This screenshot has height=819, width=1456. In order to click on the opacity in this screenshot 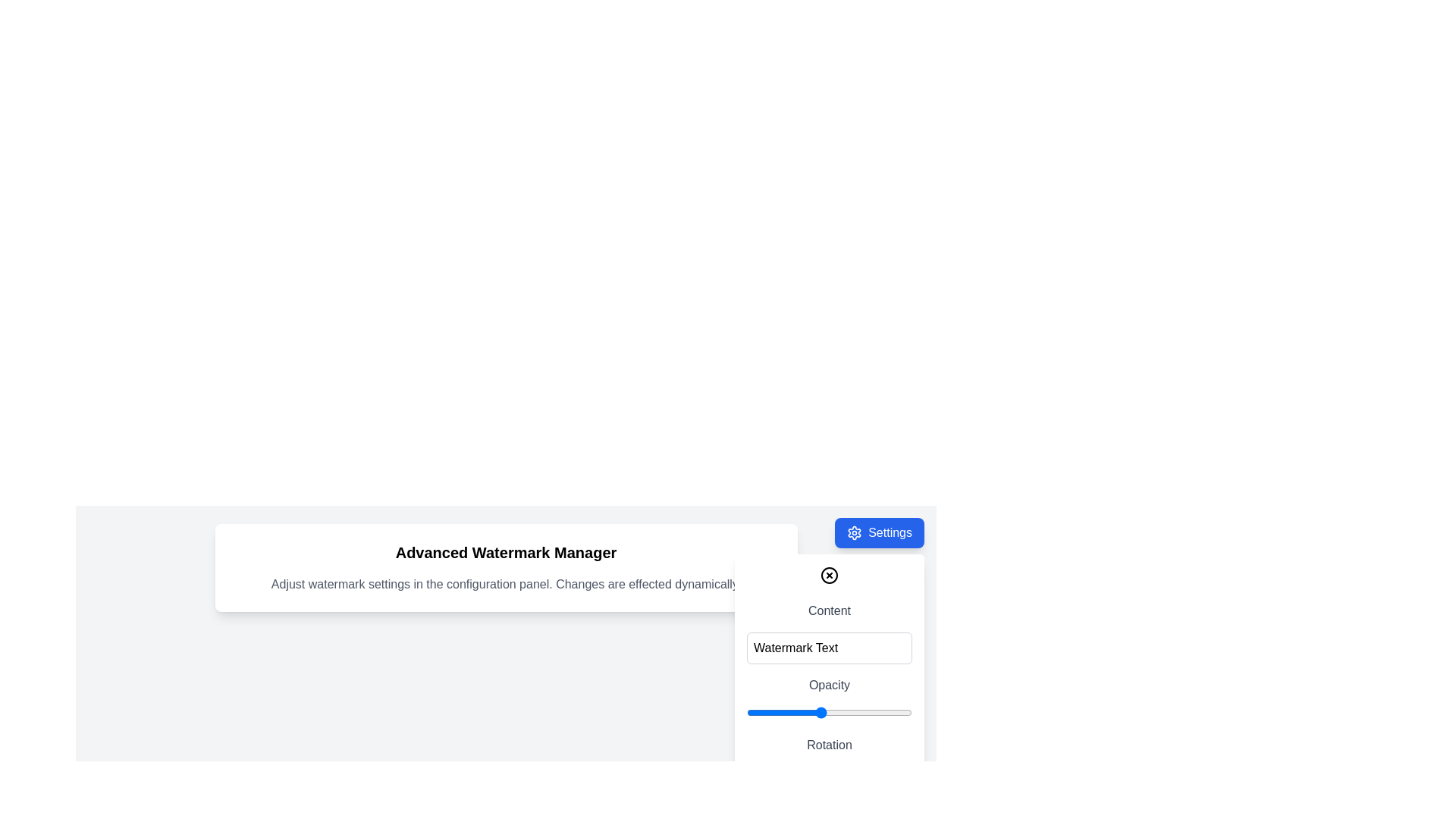, I will do `click(728, 713)`.